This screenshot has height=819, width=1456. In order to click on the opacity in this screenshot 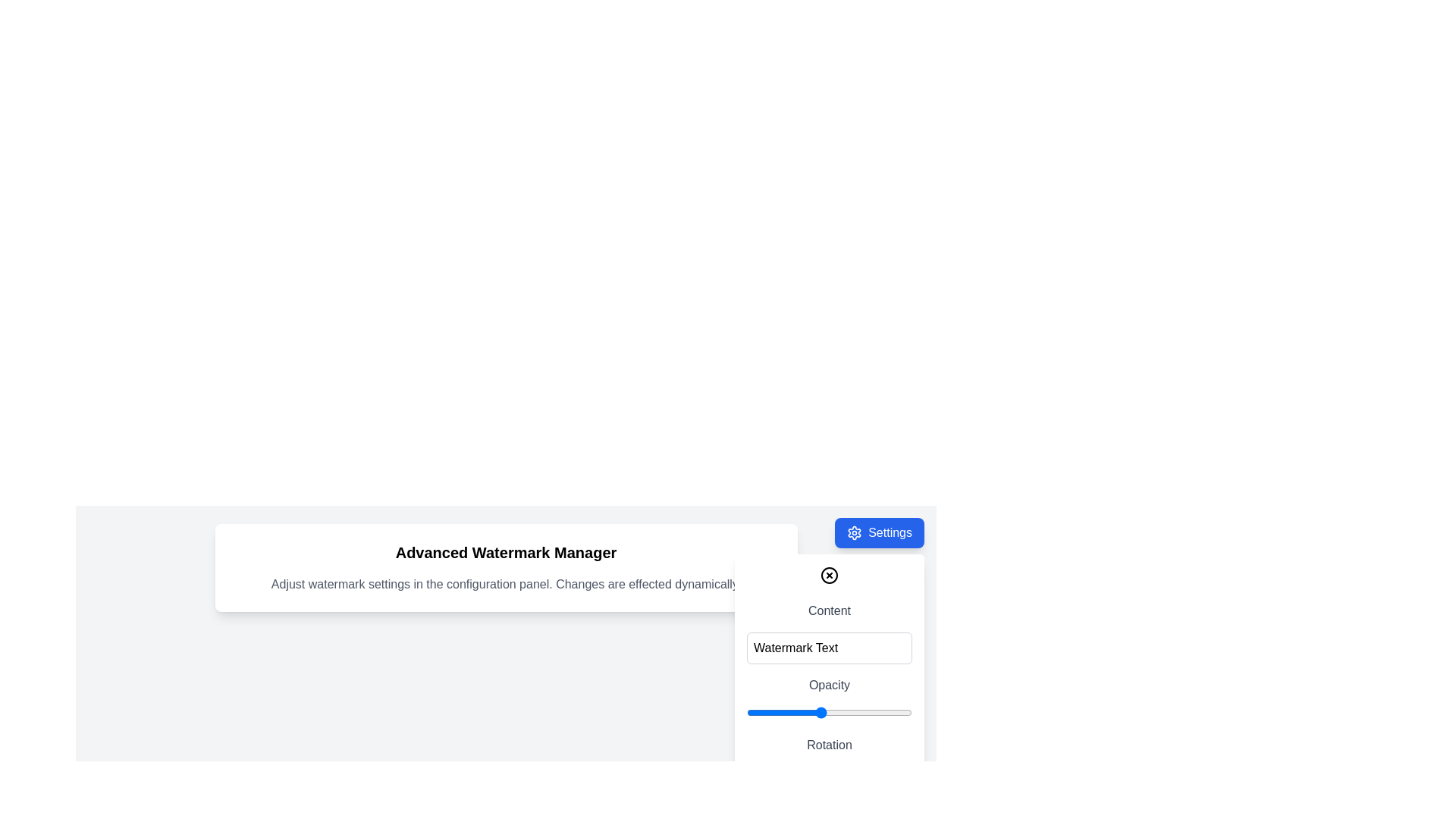, I will do `click(728, 713)`.